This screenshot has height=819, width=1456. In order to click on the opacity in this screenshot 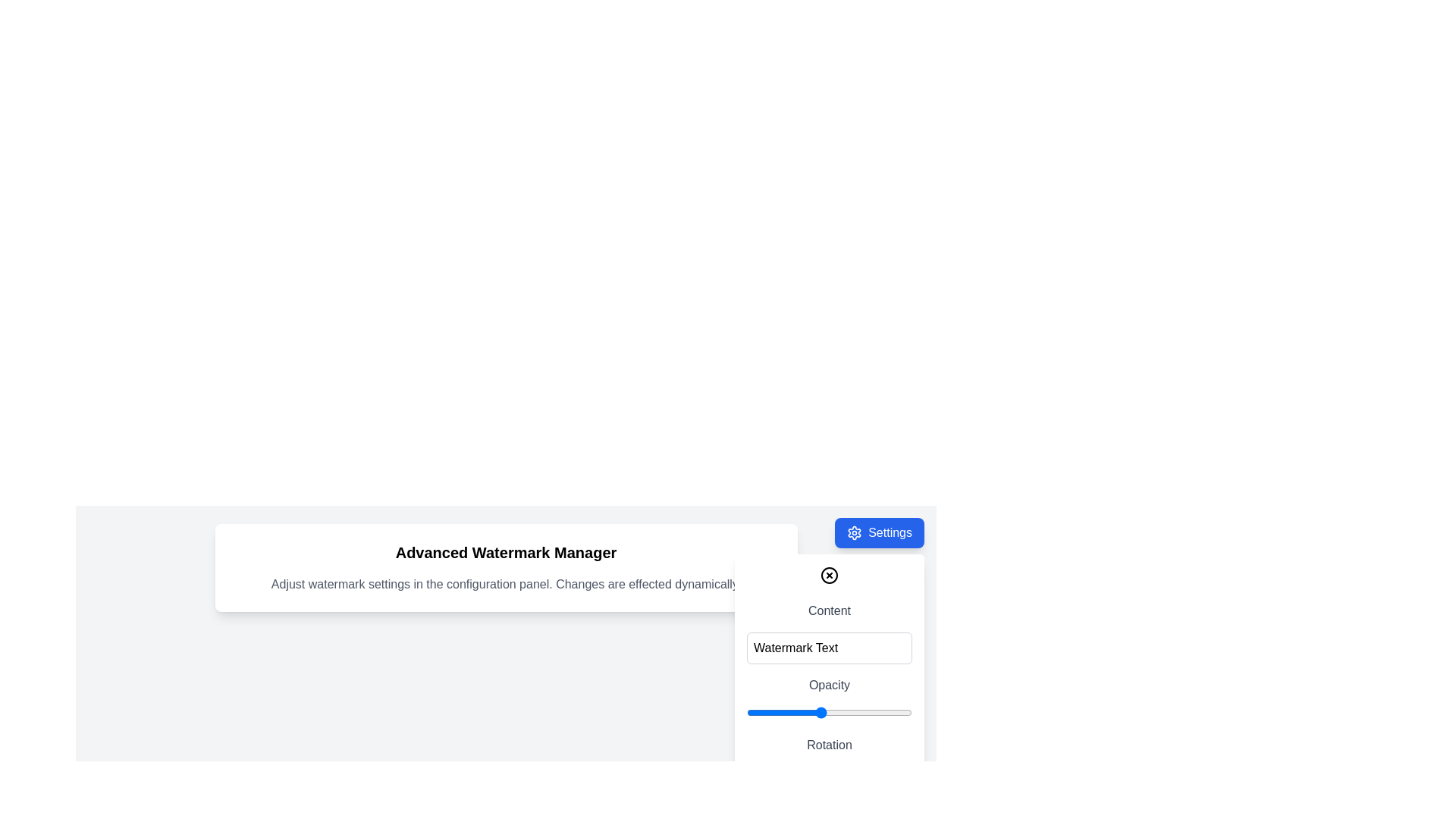, I will do `click(728, 713)`.